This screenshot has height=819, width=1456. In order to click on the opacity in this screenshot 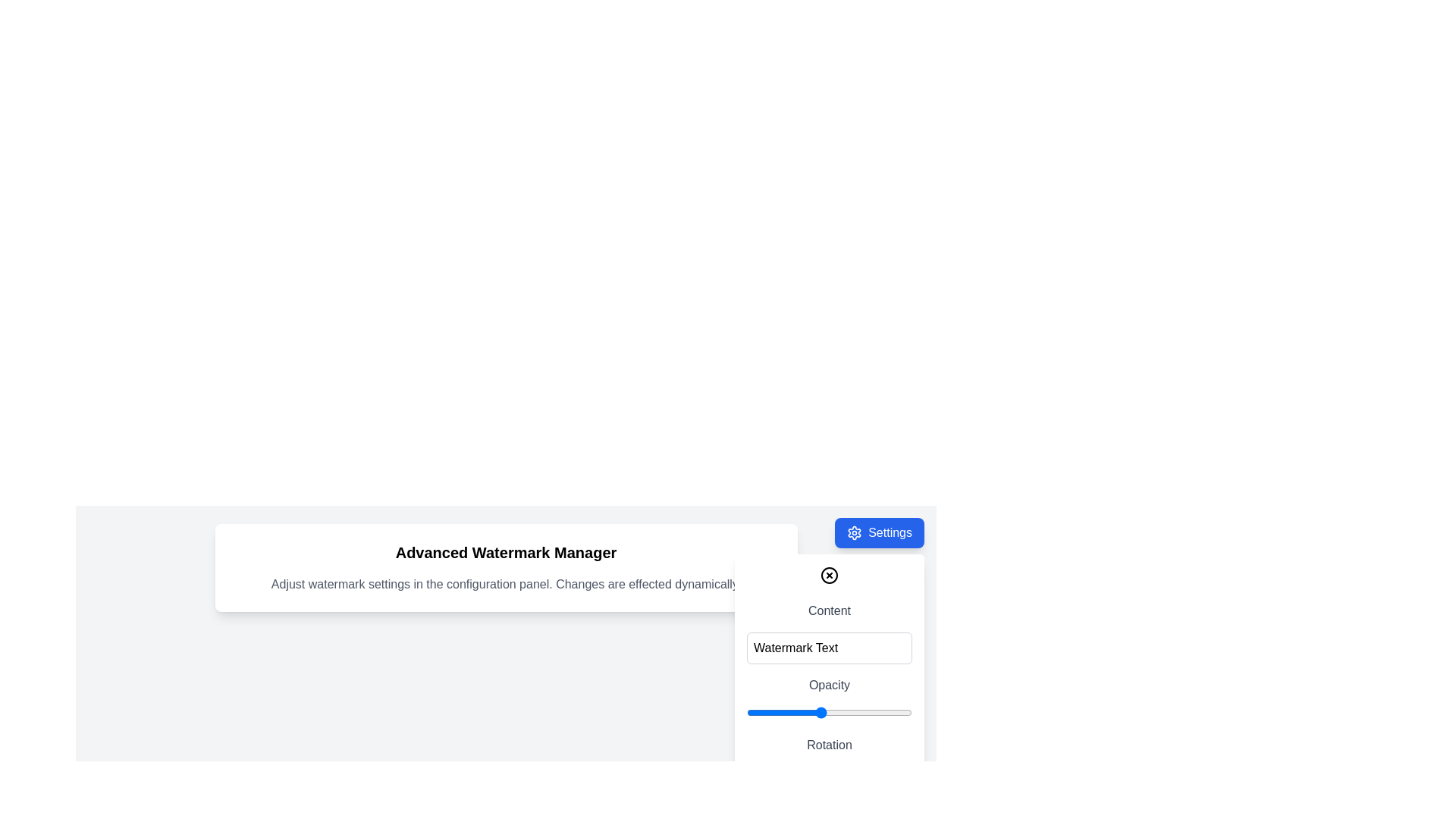, I will do `click(728, 713)`.